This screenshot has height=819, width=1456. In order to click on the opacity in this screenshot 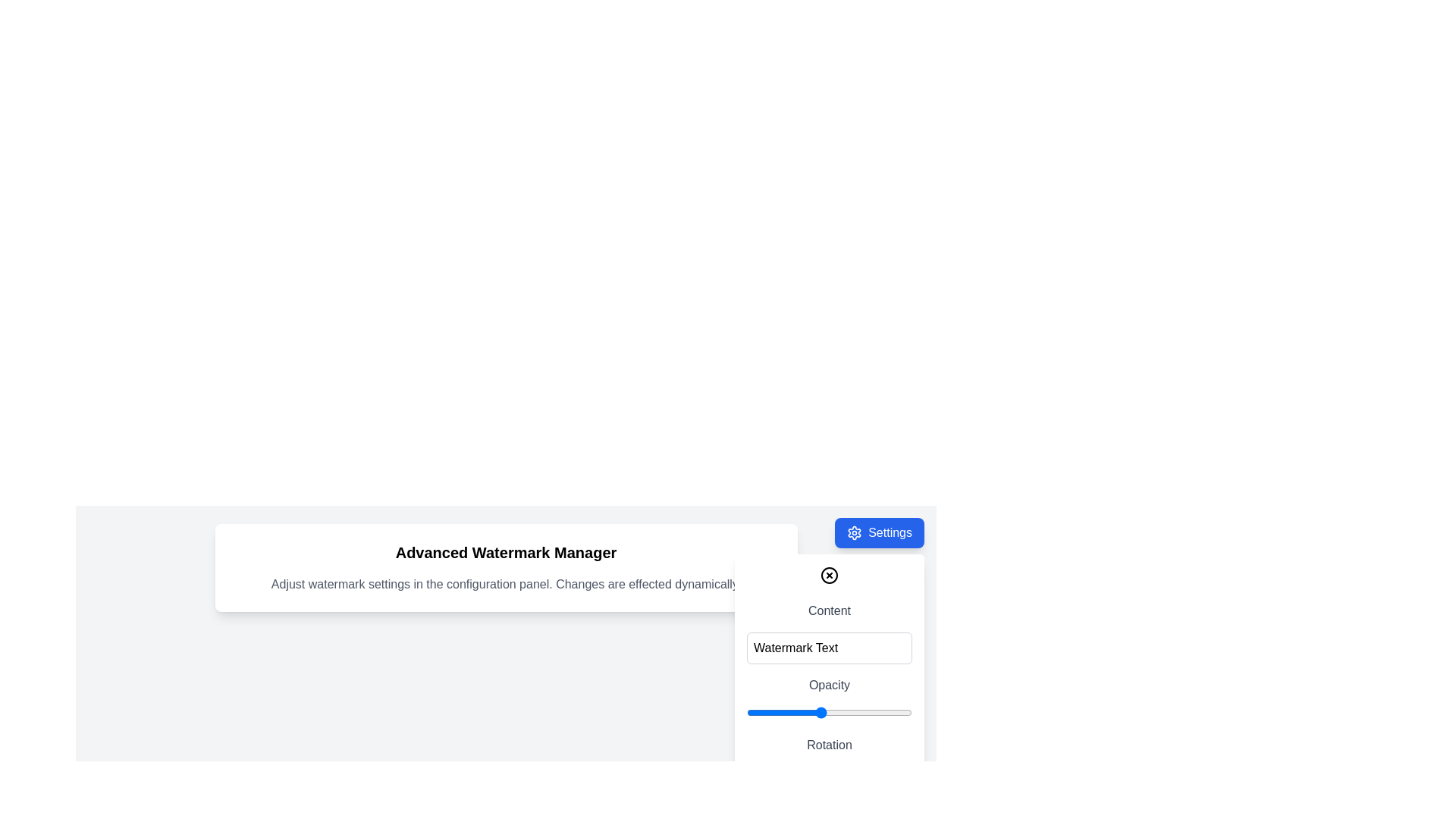, I will do `click(728, 713)`.